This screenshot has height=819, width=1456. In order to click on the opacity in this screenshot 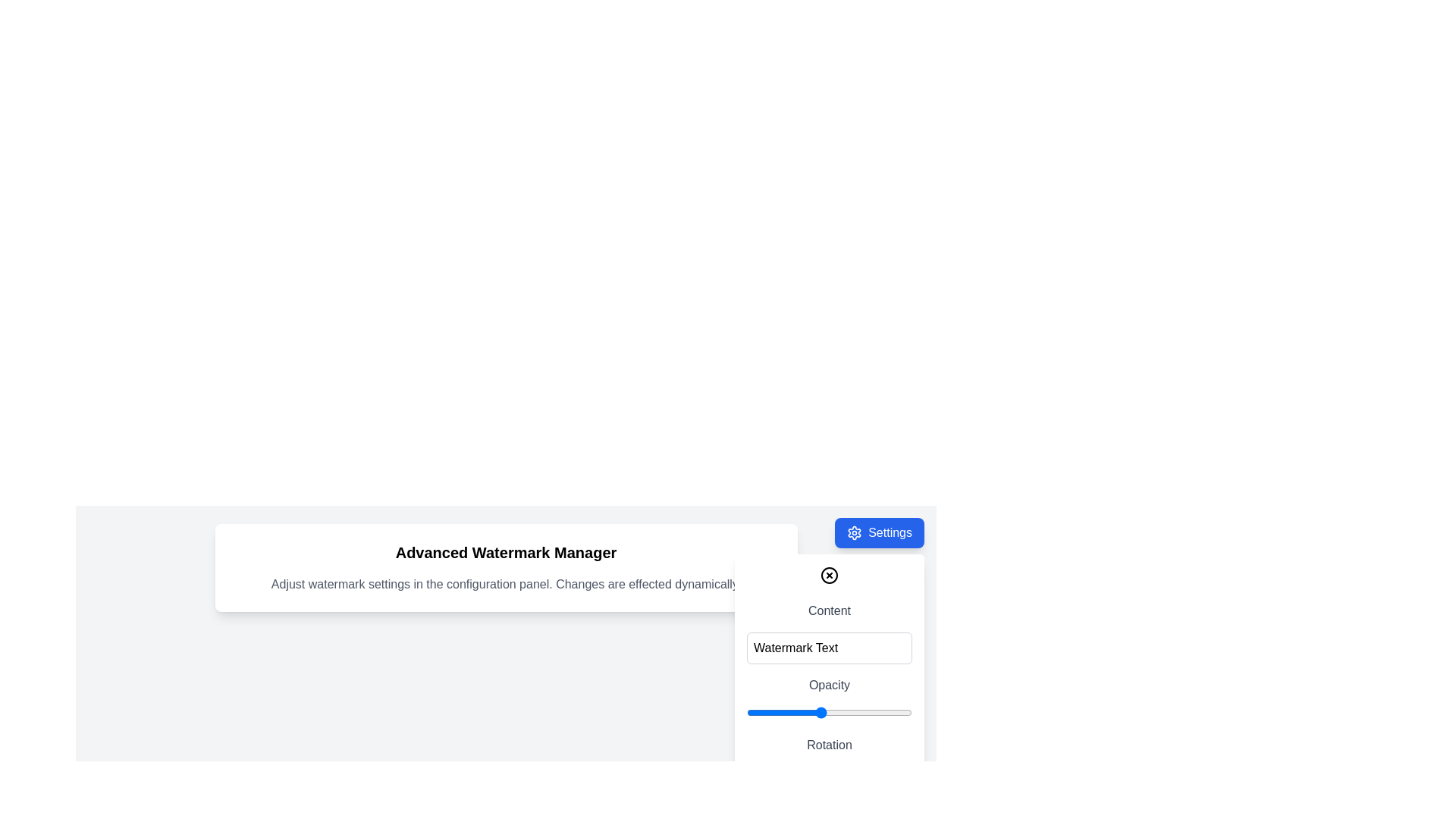, I will do `click(728, 713)`.